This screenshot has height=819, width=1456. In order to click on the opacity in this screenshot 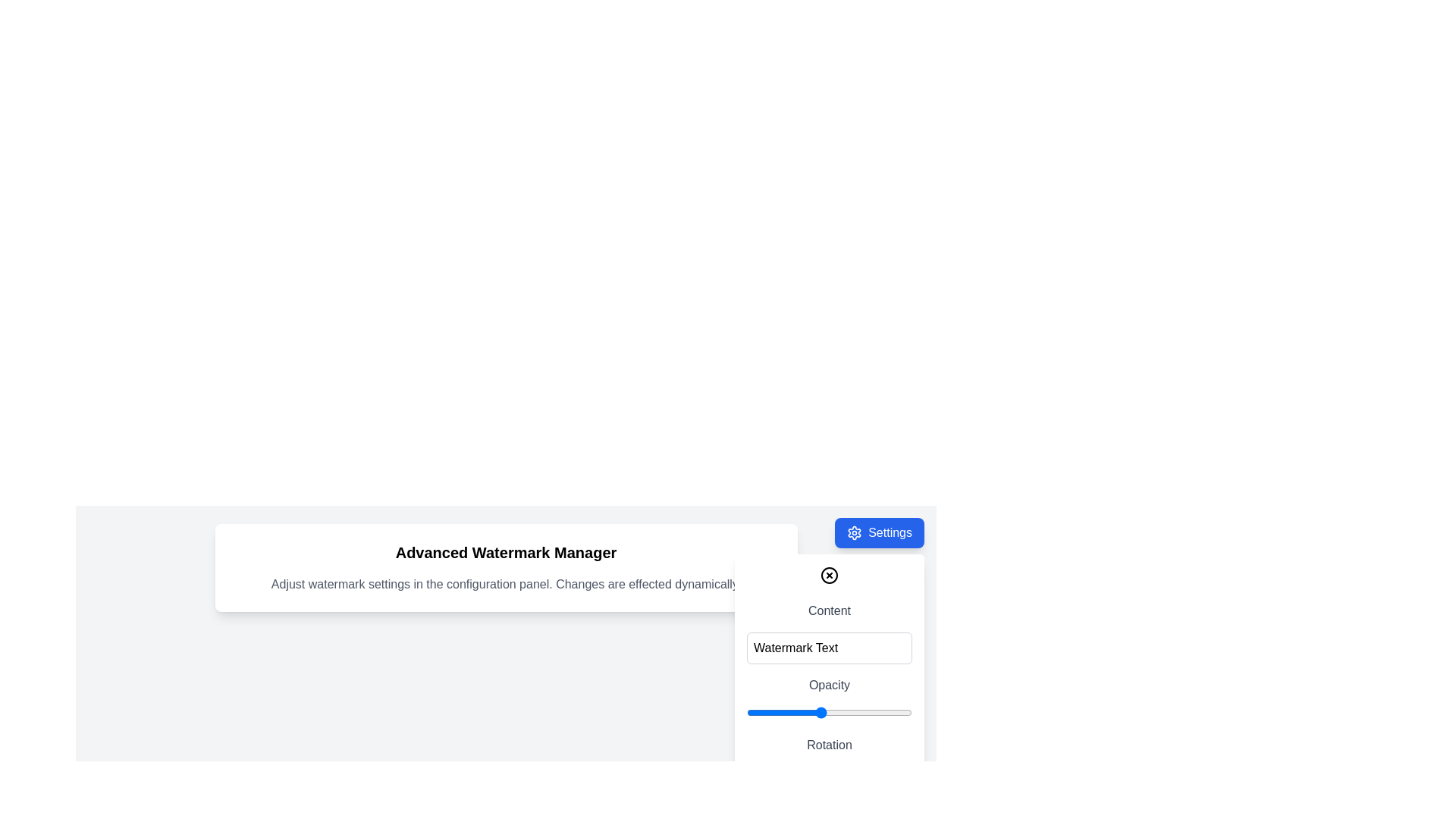, I will do `click(728, 713)`.